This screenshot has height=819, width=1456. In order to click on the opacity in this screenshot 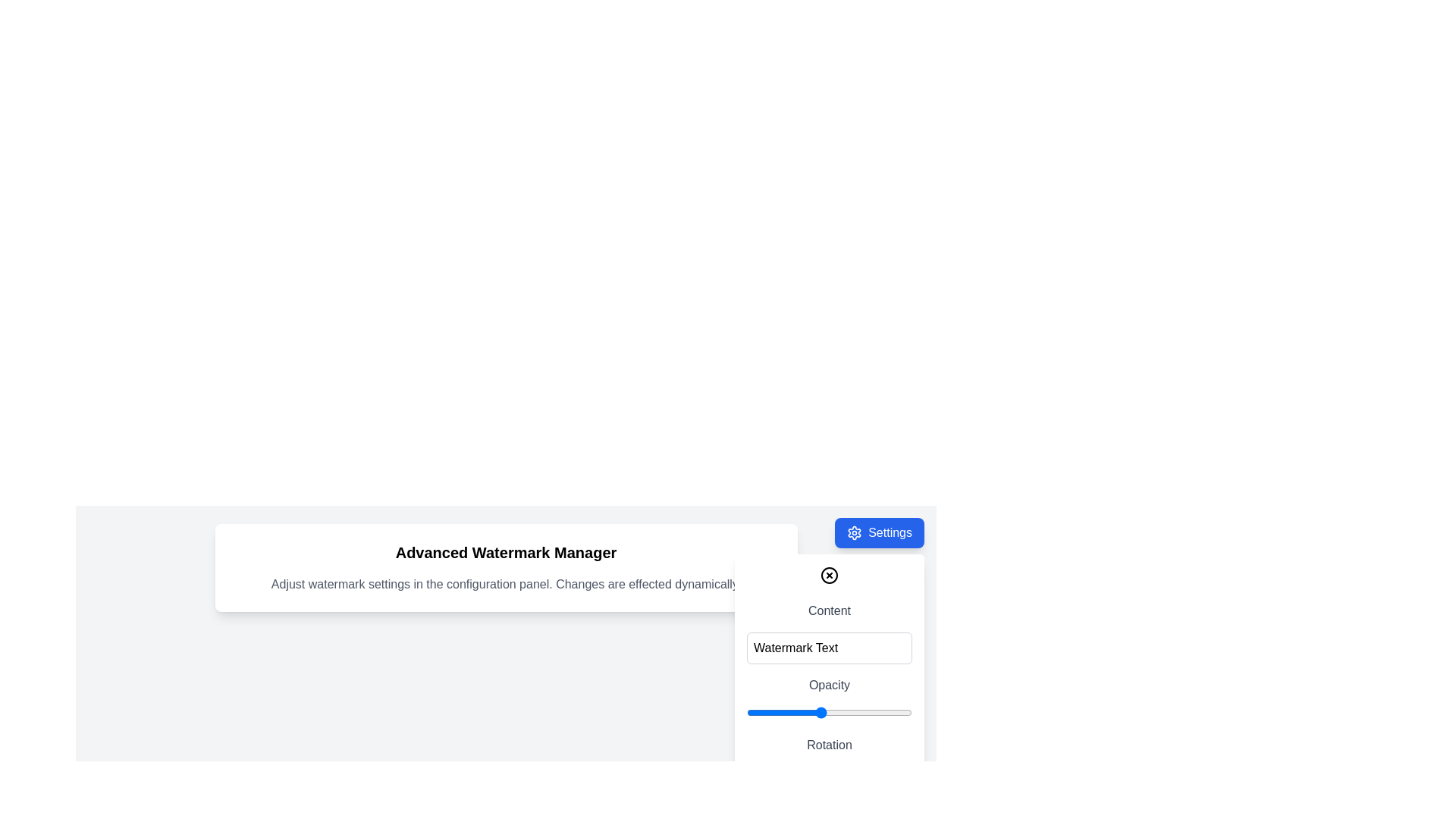, I will do `click(728, 713)`.